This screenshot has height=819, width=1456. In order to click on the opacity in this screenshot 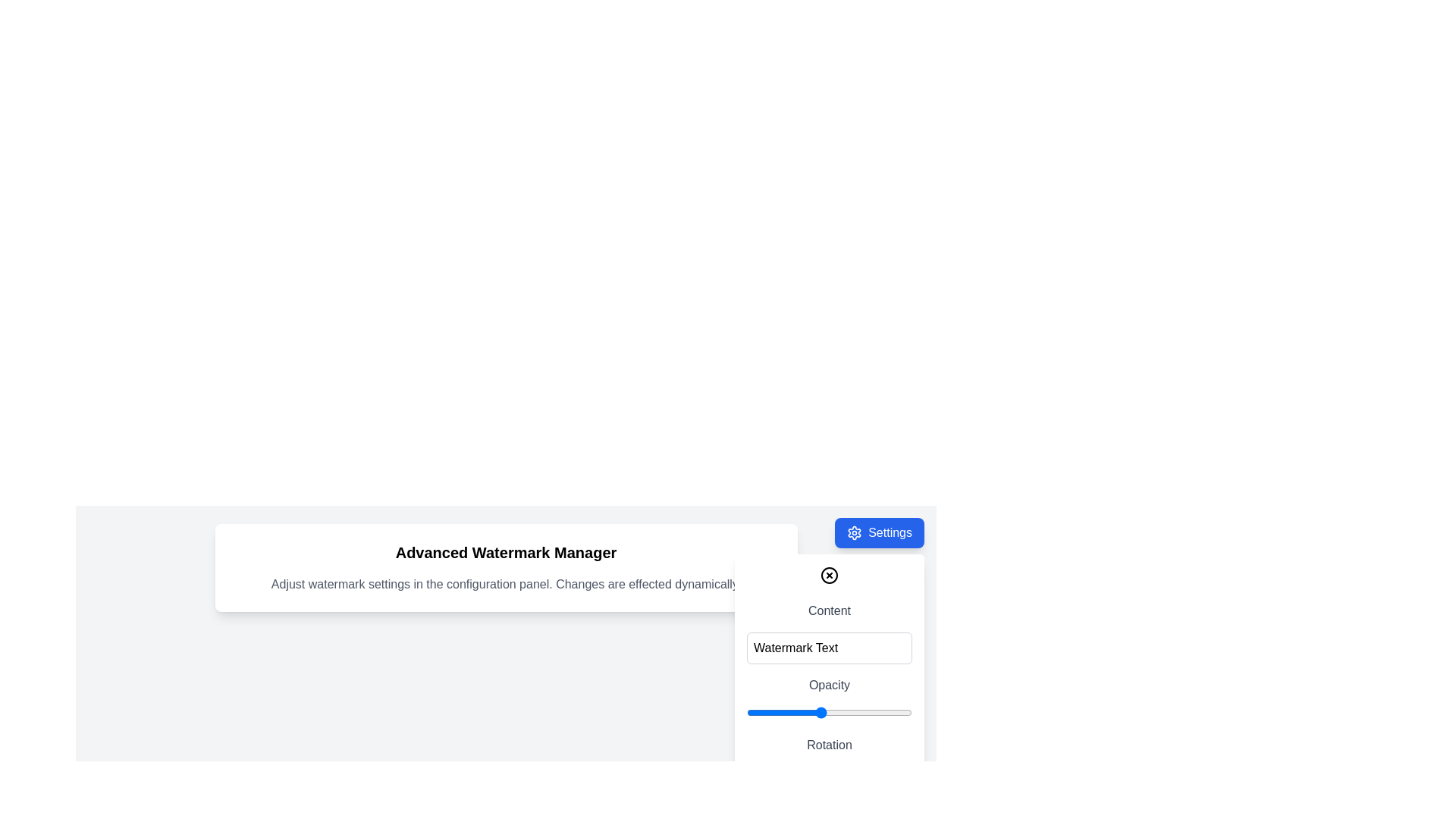, I will do `click(728, 713)`.